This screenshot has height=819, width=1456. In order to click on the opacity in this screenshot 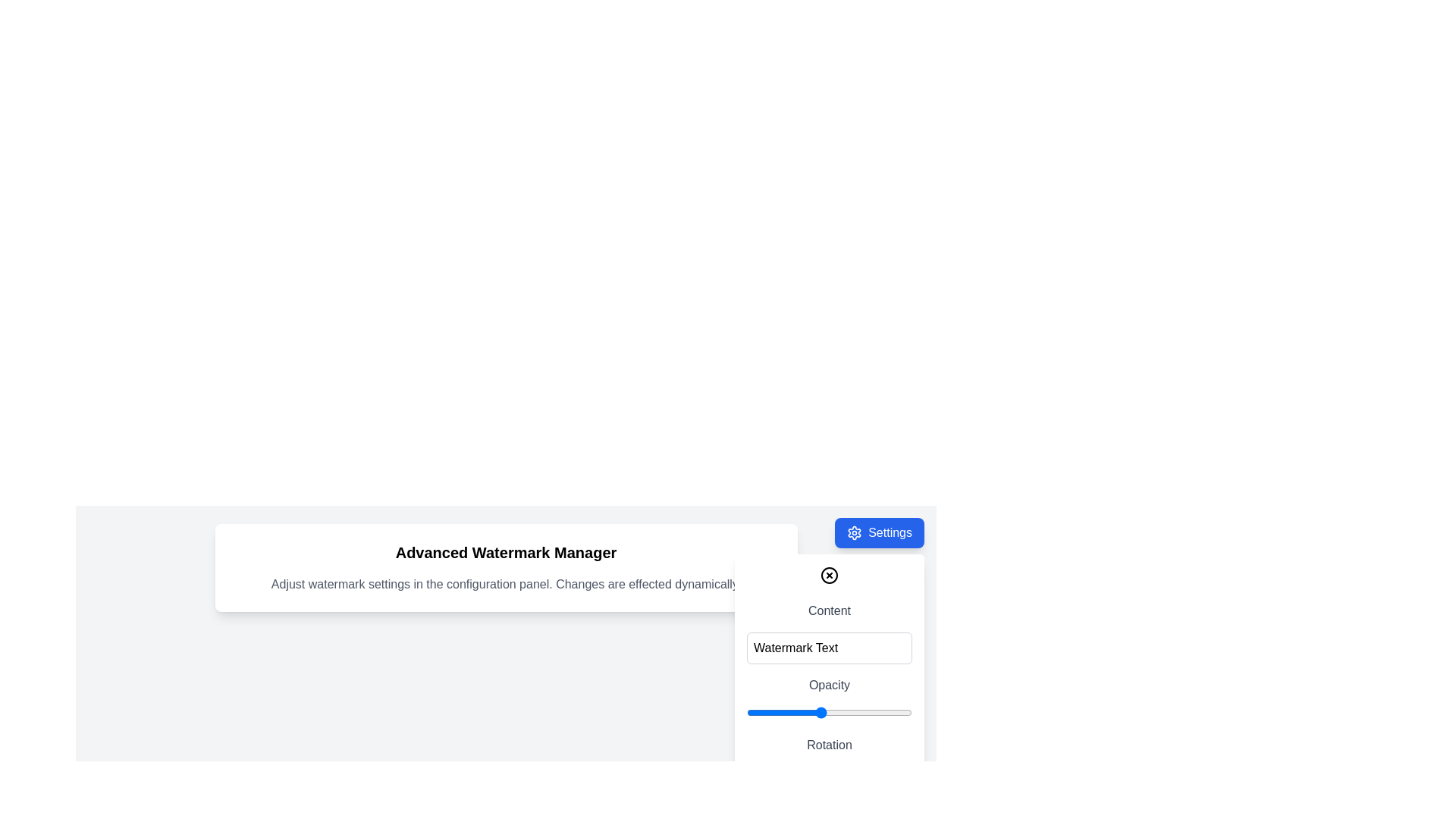, I will do `click(728, 713)`.